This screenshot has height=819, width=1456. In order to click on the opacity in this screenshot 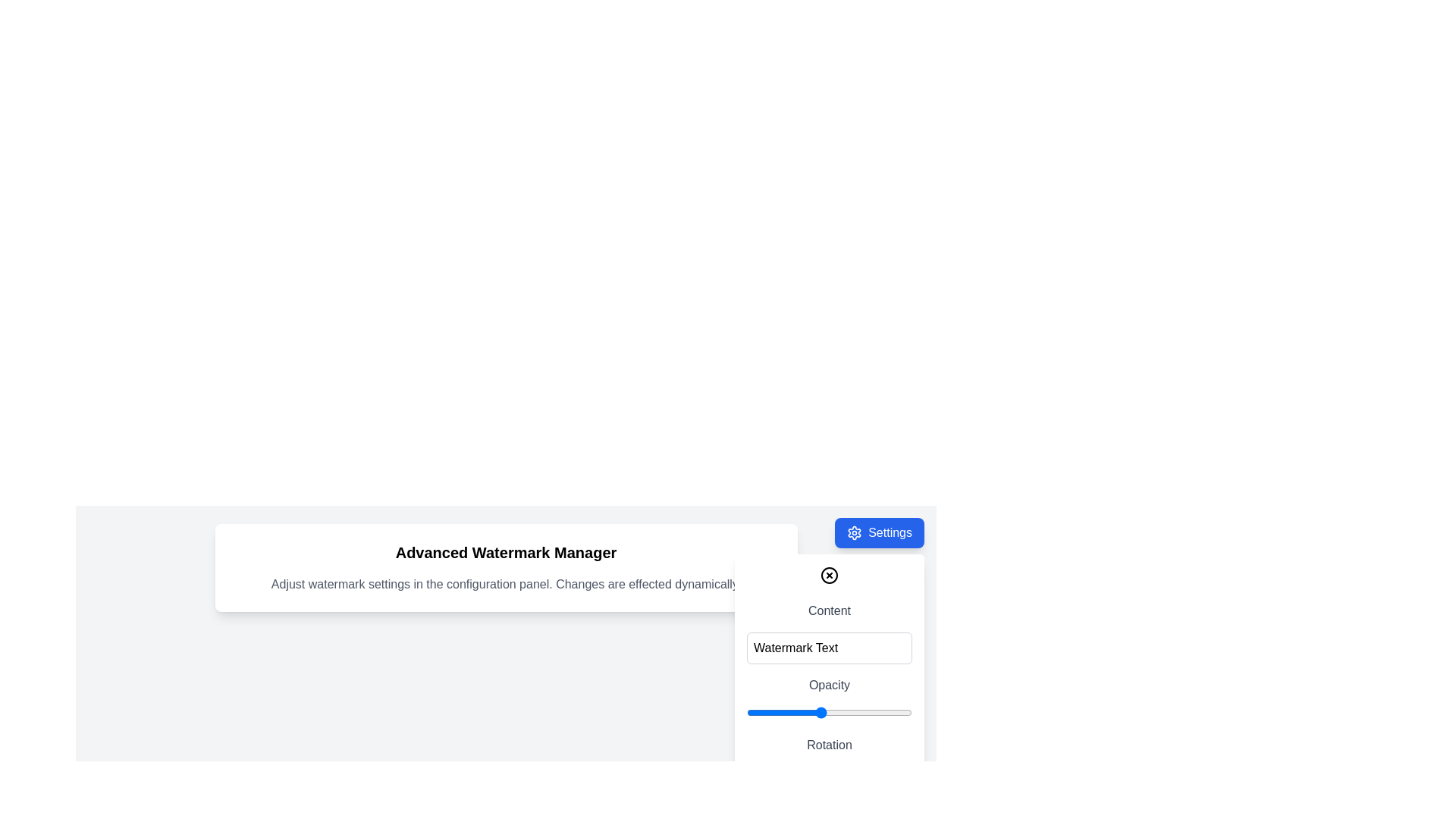, I will do `click(728, 713)`.